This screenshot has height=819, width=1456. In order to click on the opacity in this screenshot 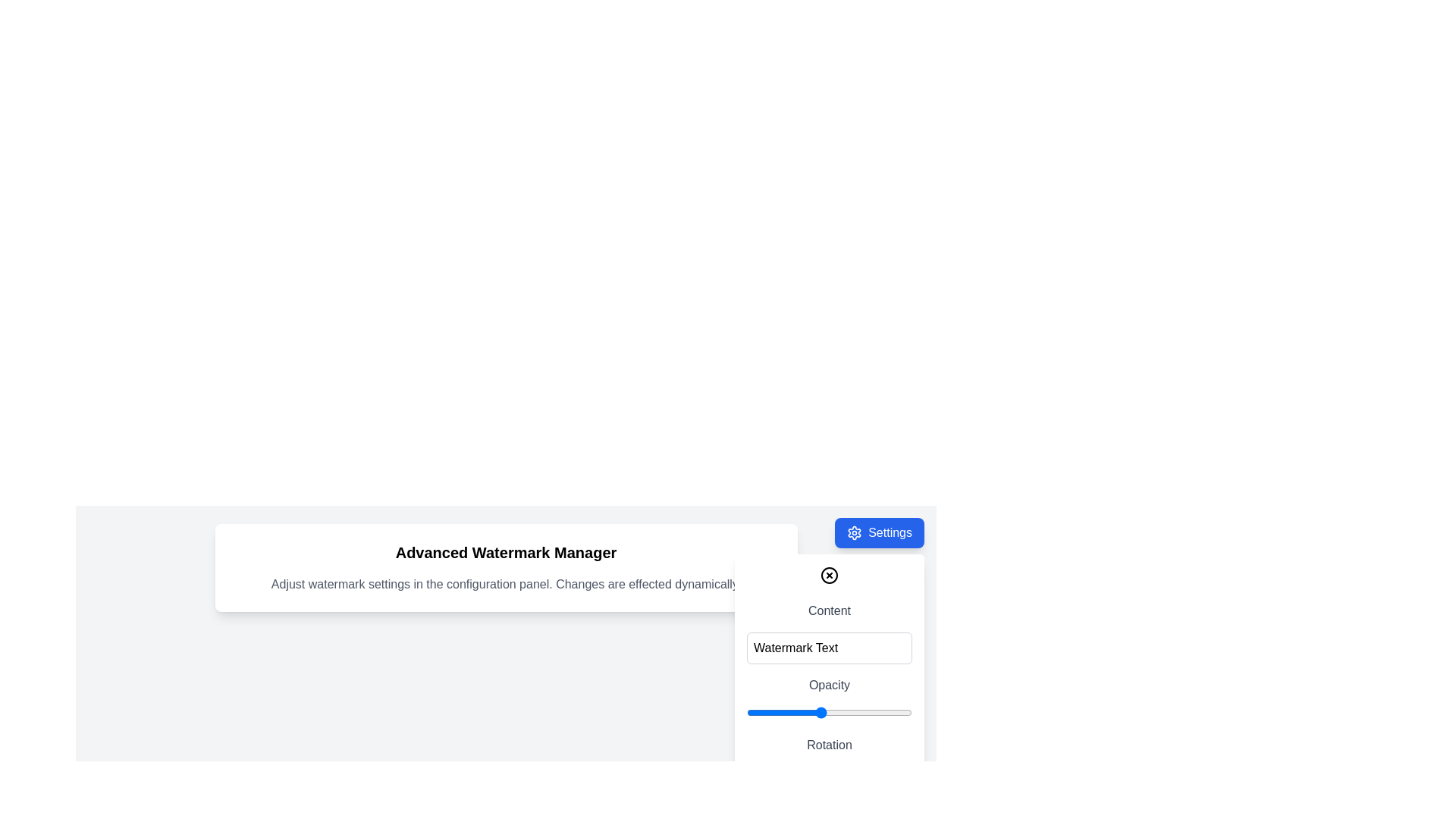, I will do `click(728, 713)`.